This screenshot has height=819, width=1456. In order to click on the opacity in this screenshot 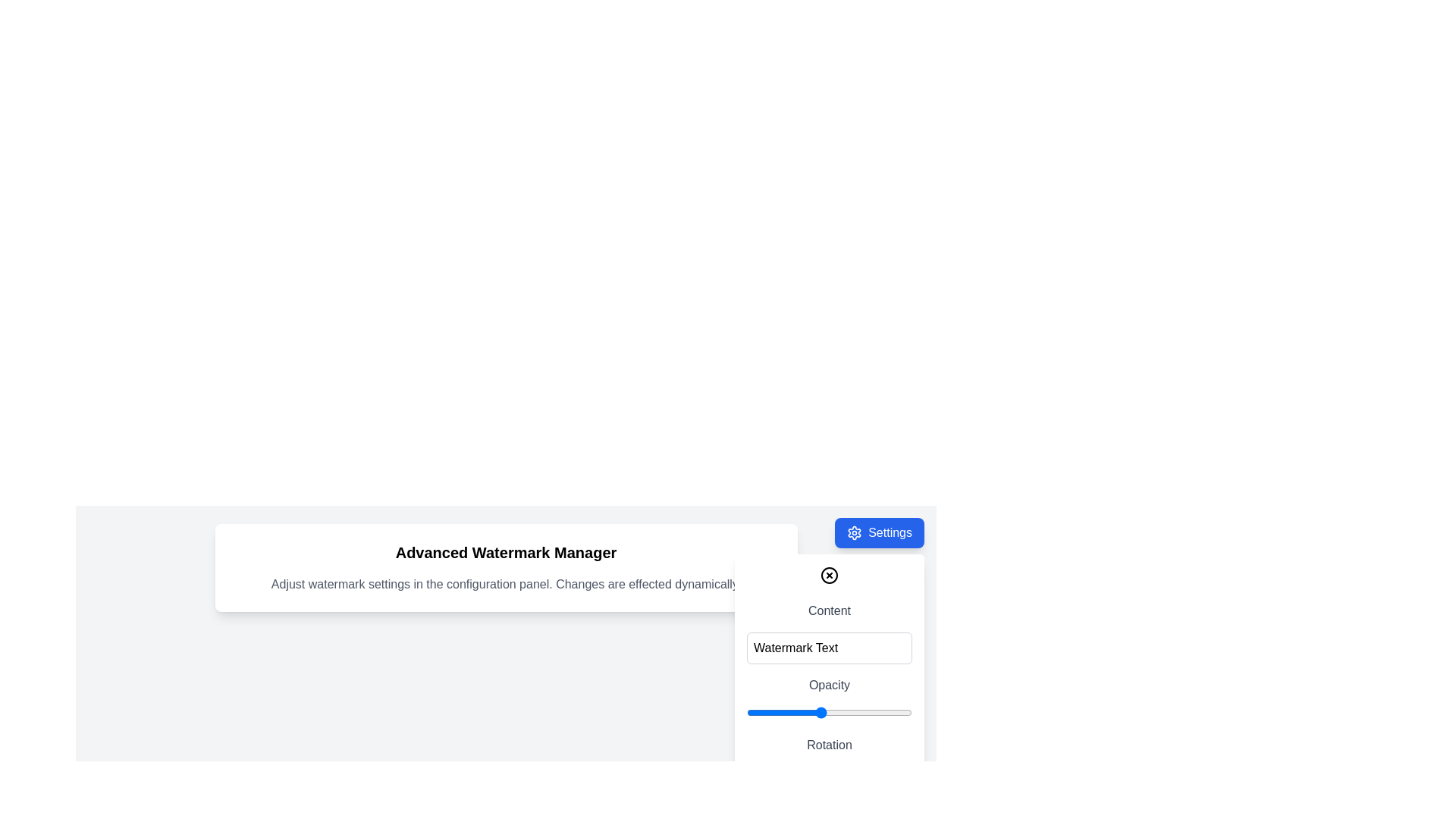, I will do `click(728, 713)`.